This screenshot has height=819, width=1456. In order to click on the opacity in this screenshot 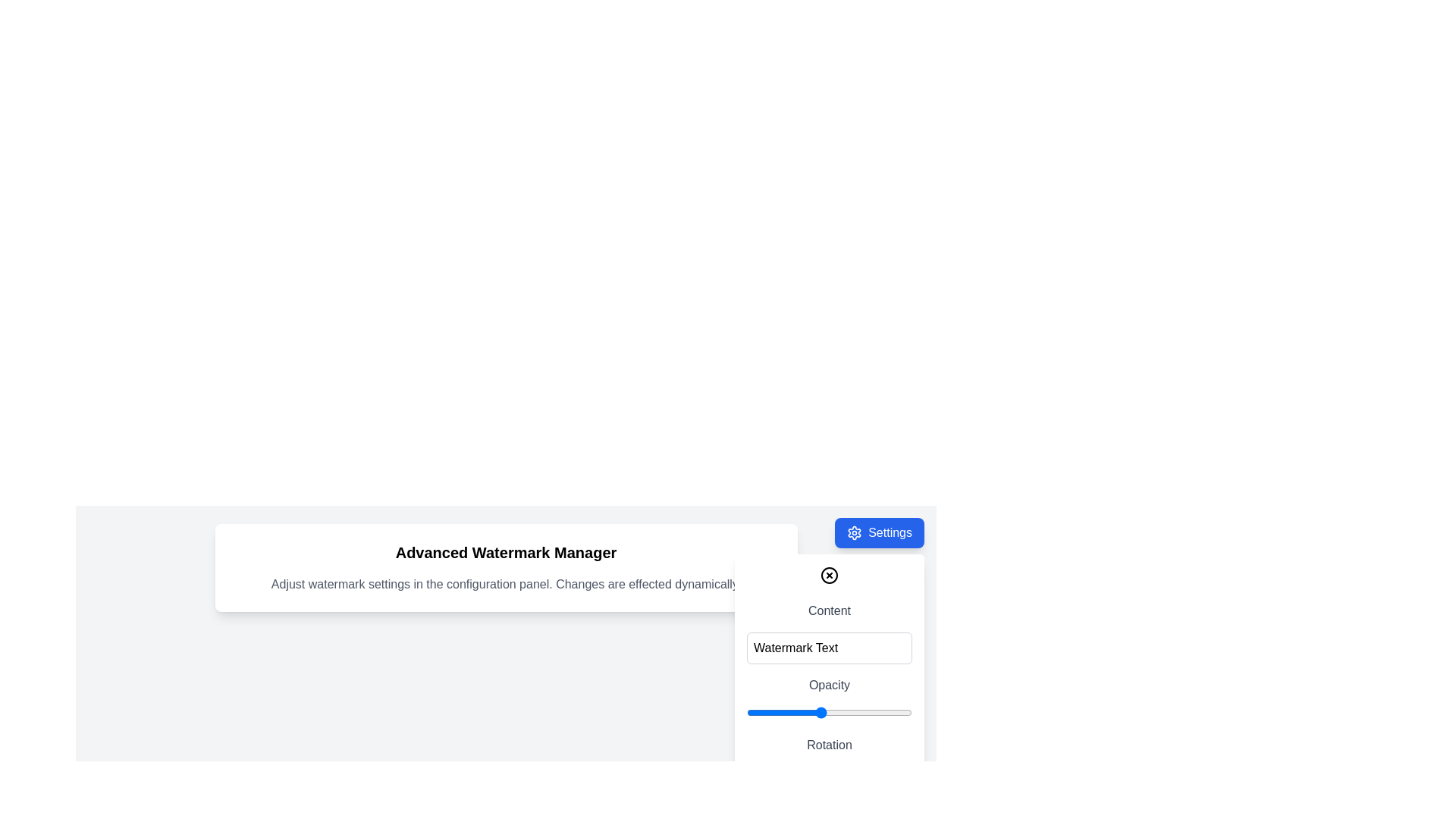, I will do `click(728, 713)`.